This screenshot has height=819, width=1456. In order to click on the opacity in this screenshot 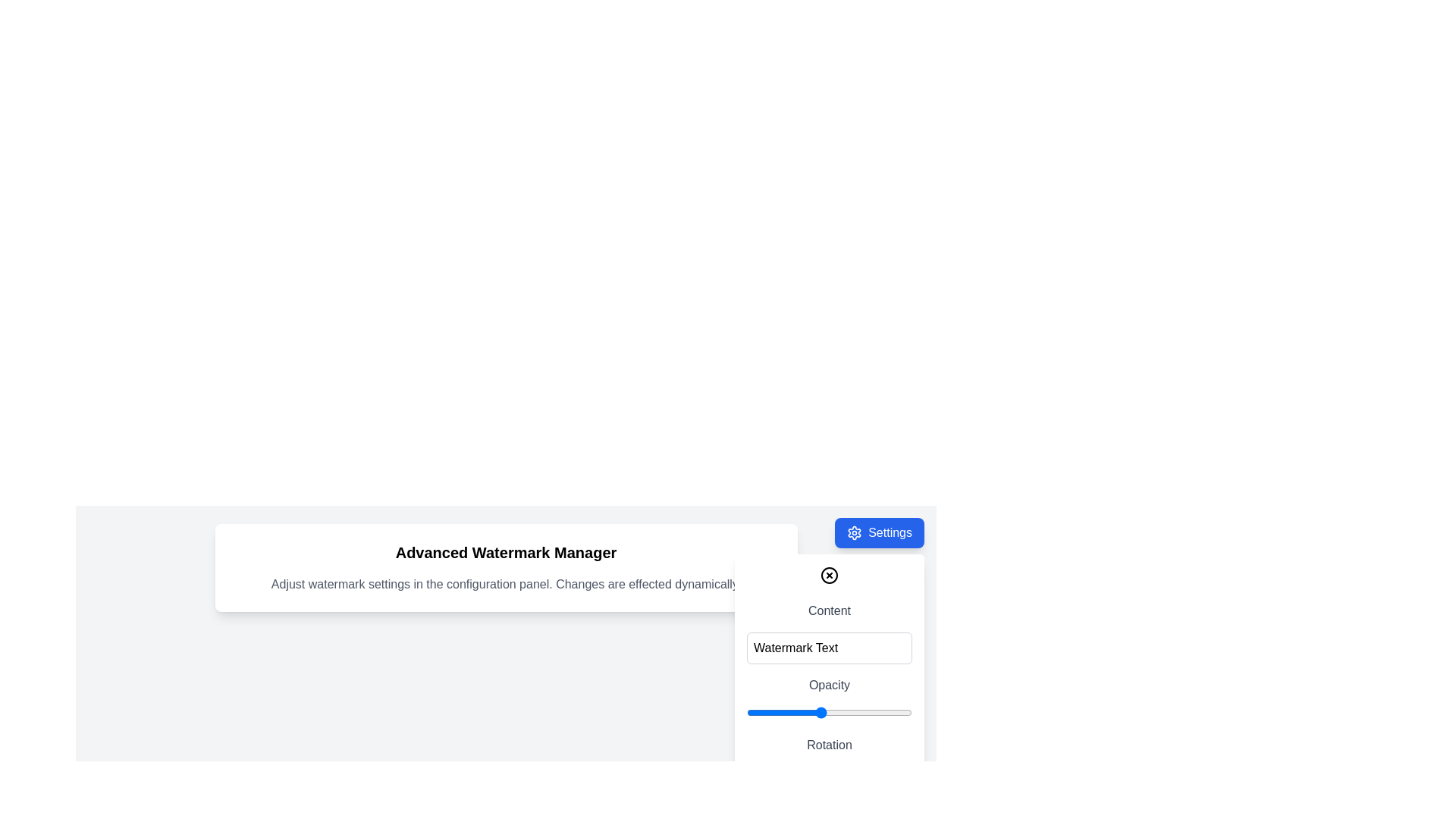, I will do `click(728, 713)`.